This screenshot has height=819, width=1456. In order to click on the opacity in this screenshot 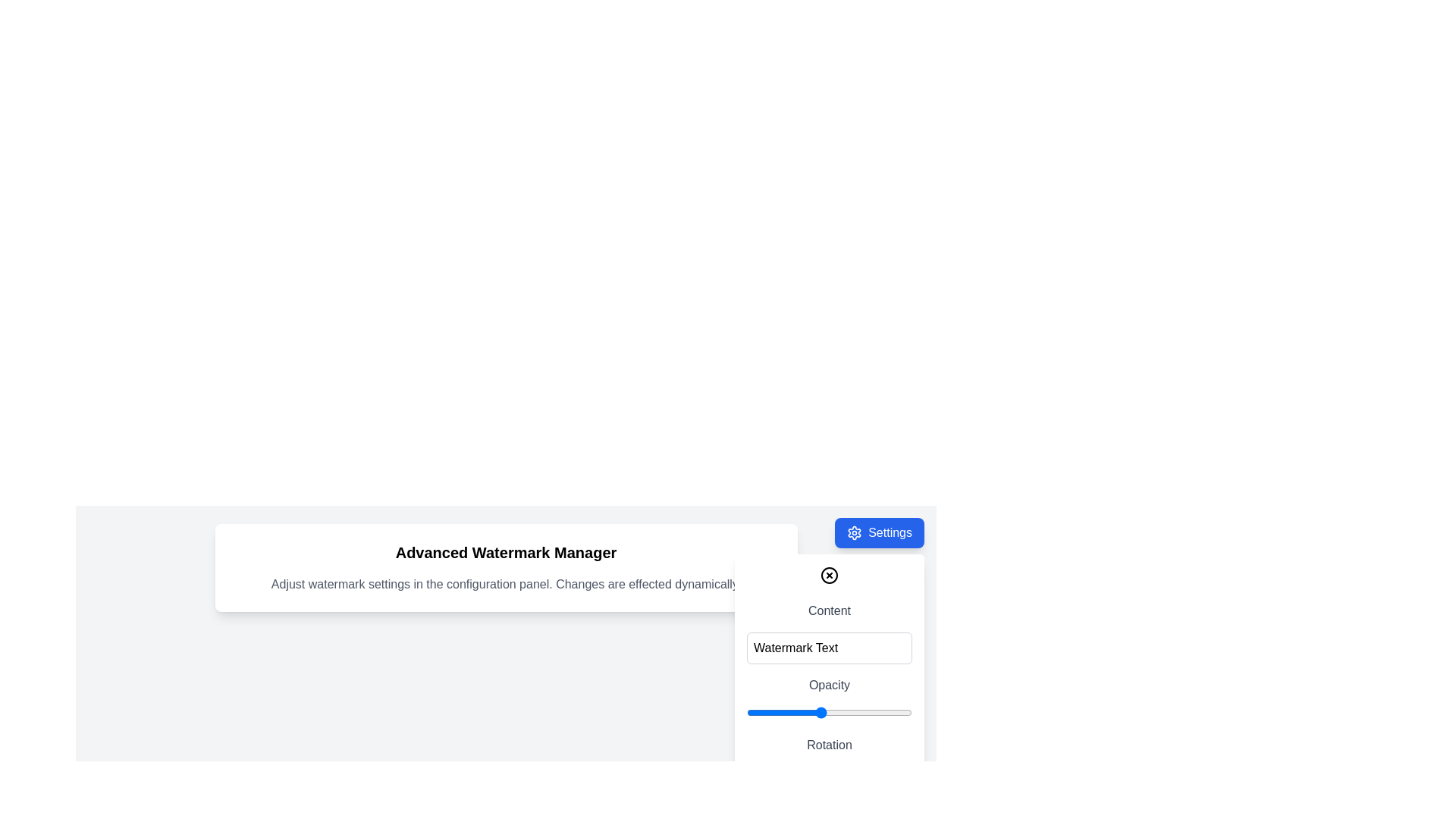, I will do `click(728, 713)`.